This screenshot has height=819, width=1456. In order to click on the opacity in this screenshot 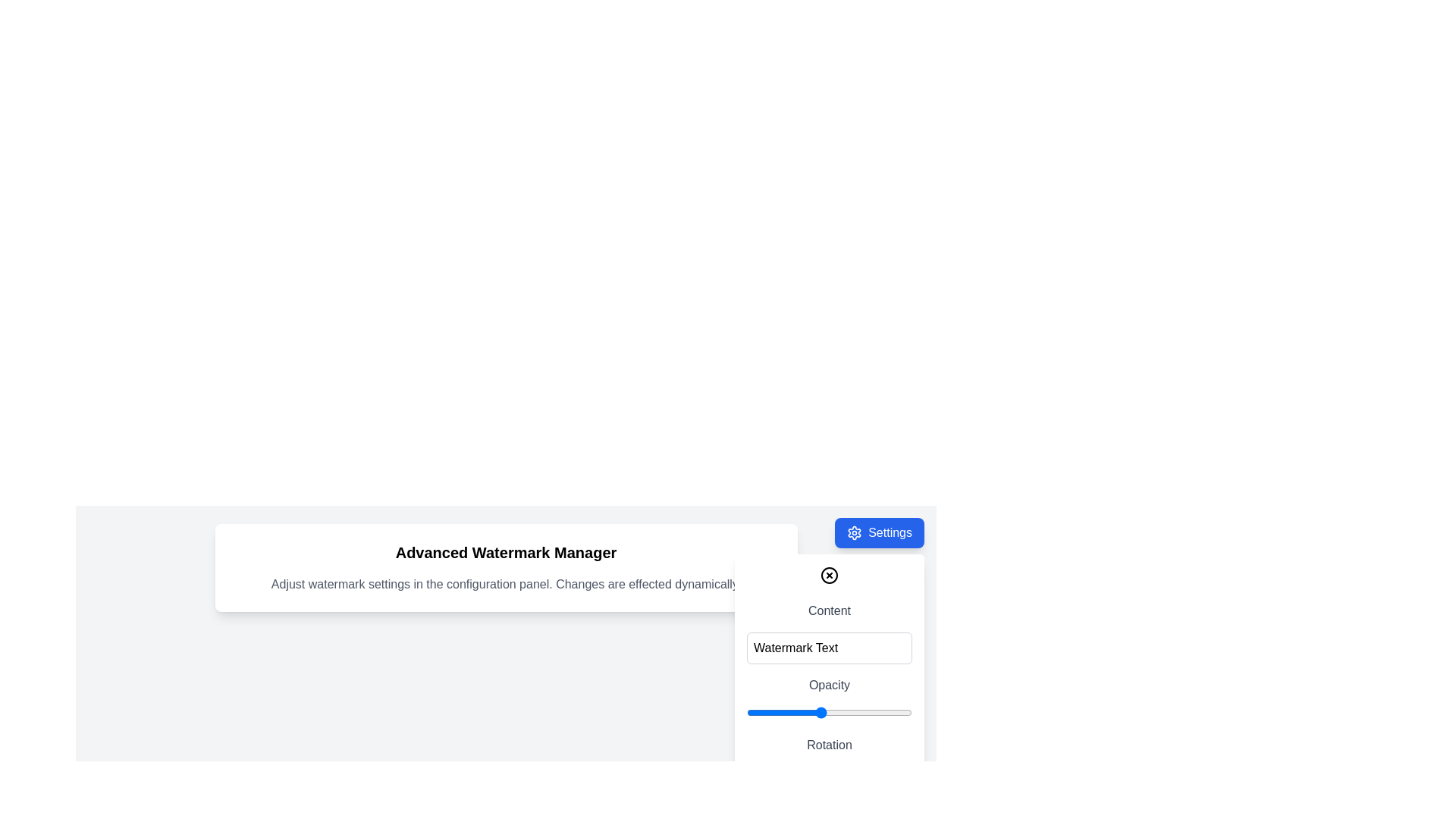, I will do `click(728, 713)`.